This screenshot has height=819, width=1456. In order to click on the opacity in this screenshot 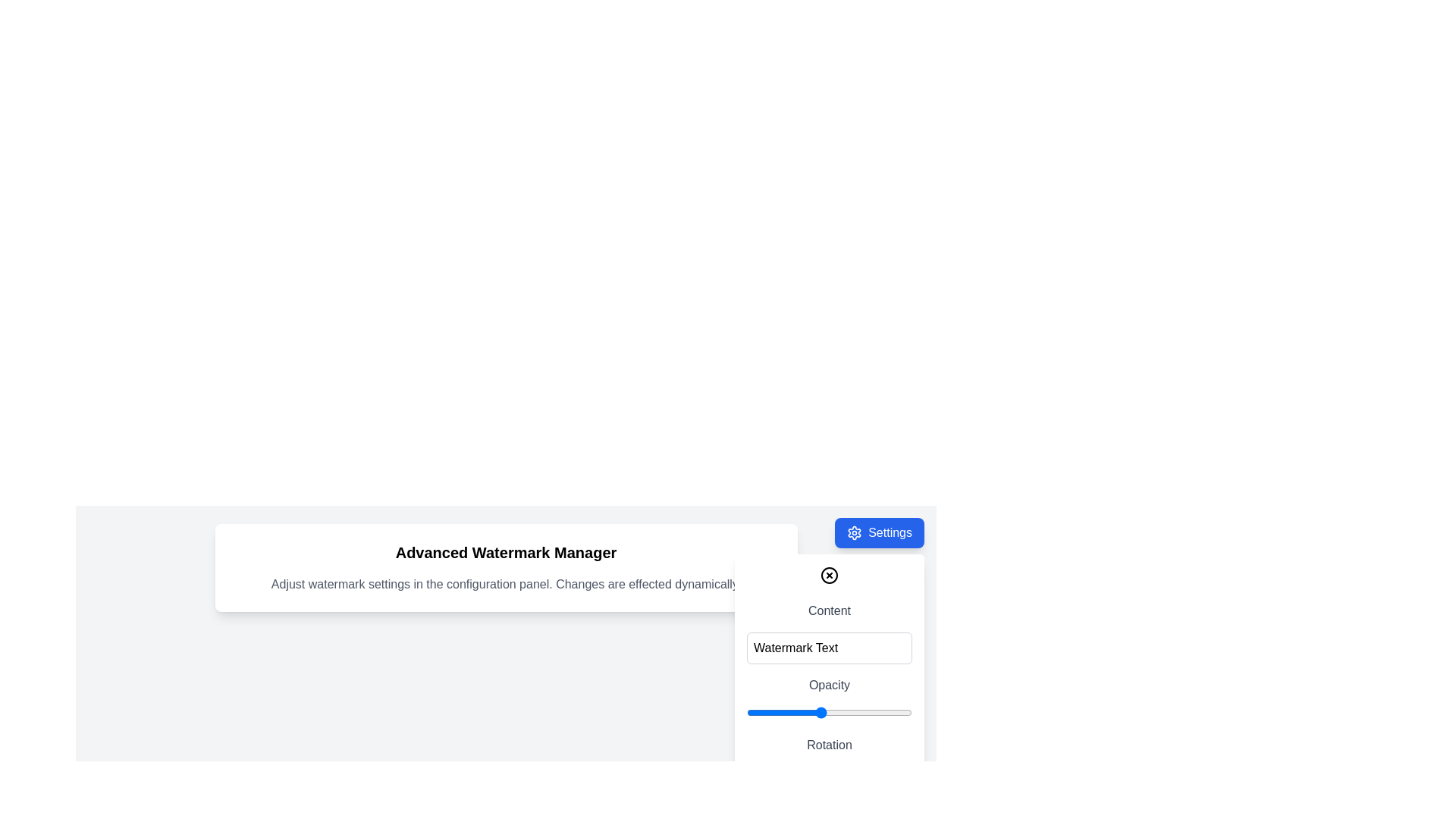, I will do `click(728, 713)`.